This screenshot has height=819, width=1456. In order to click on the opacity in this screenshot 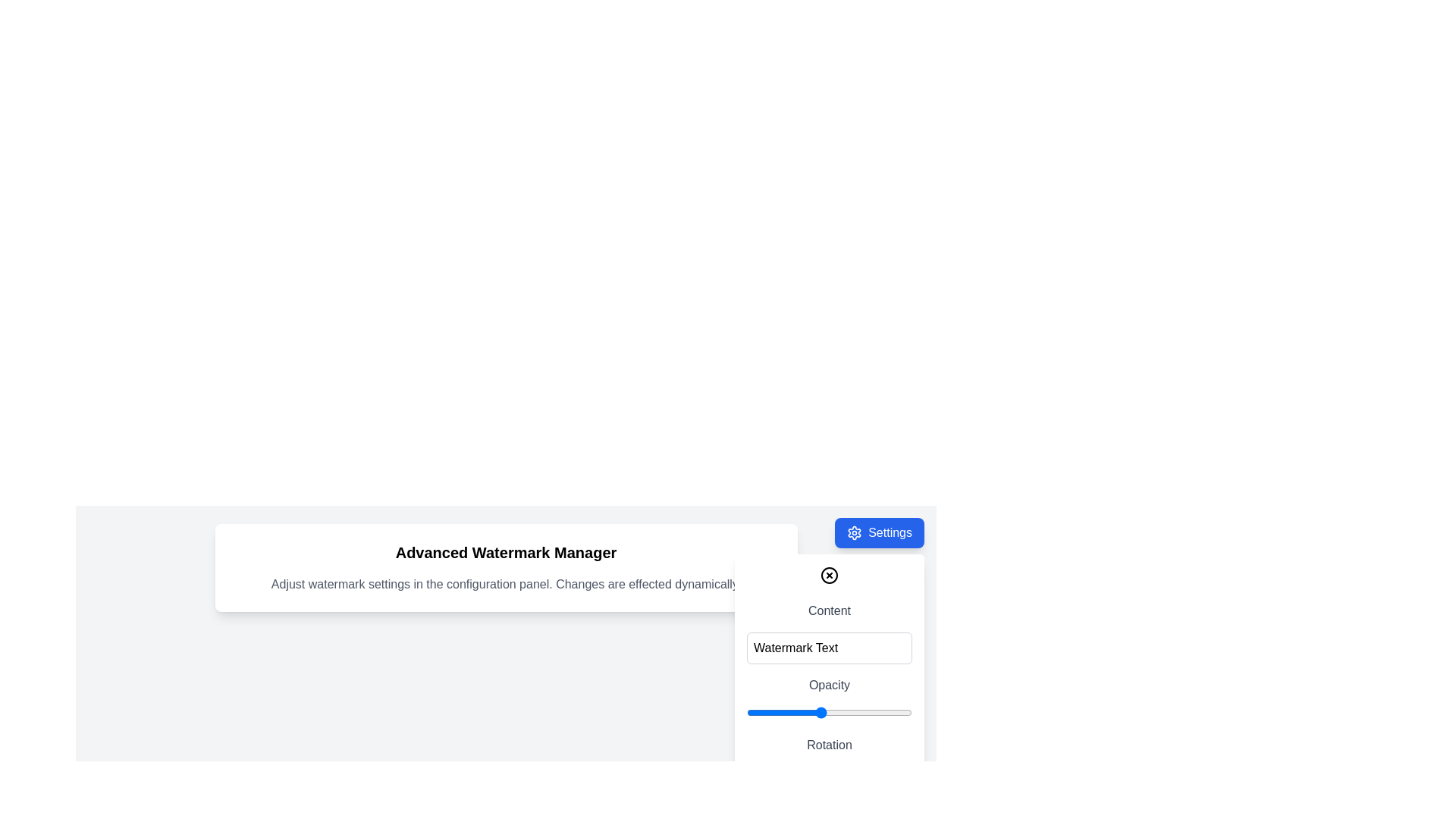, I will do `click(728, 713)`.